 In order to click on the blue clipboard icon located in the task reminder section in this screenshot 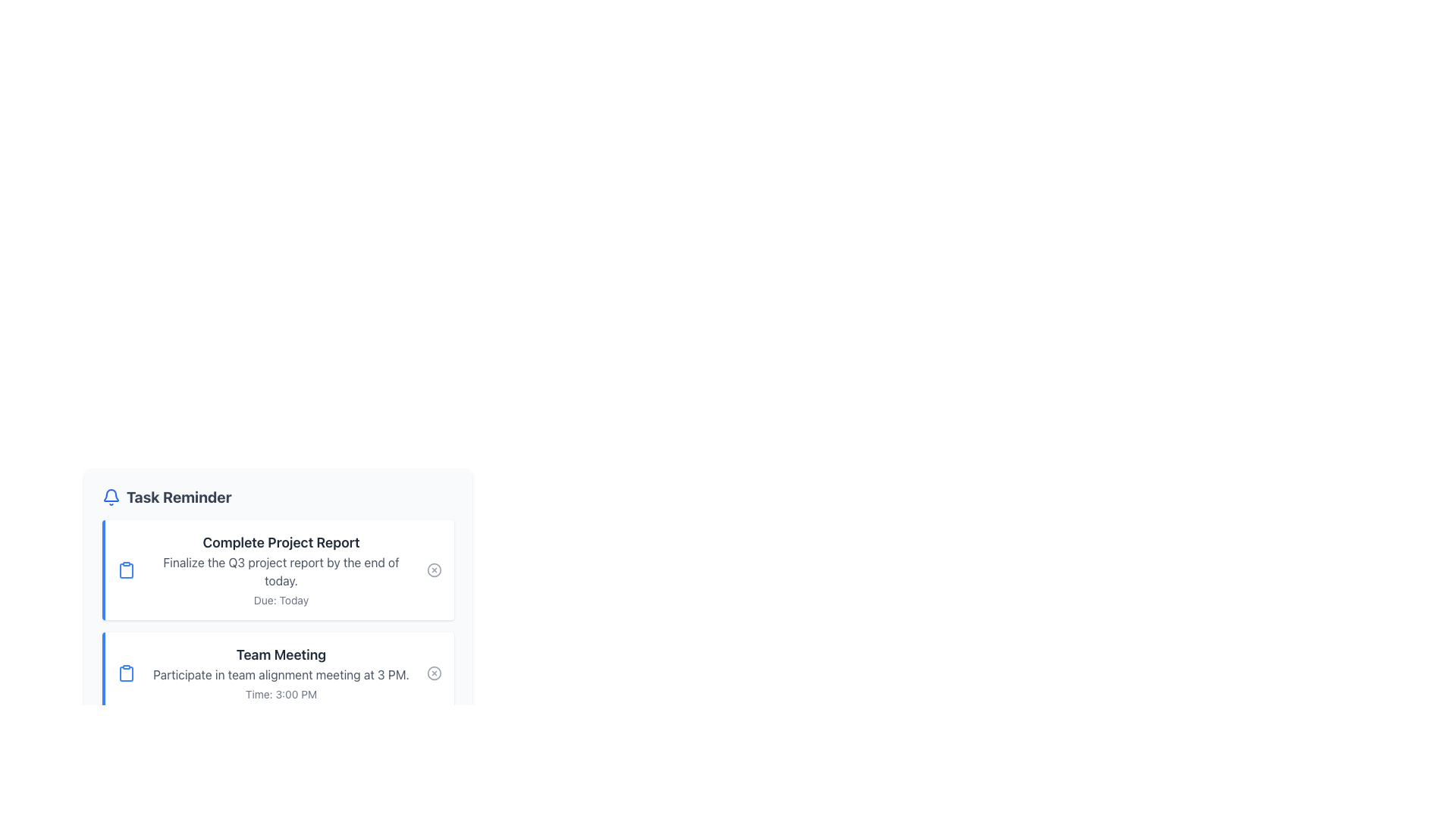, I will do `click(127, 570)`.